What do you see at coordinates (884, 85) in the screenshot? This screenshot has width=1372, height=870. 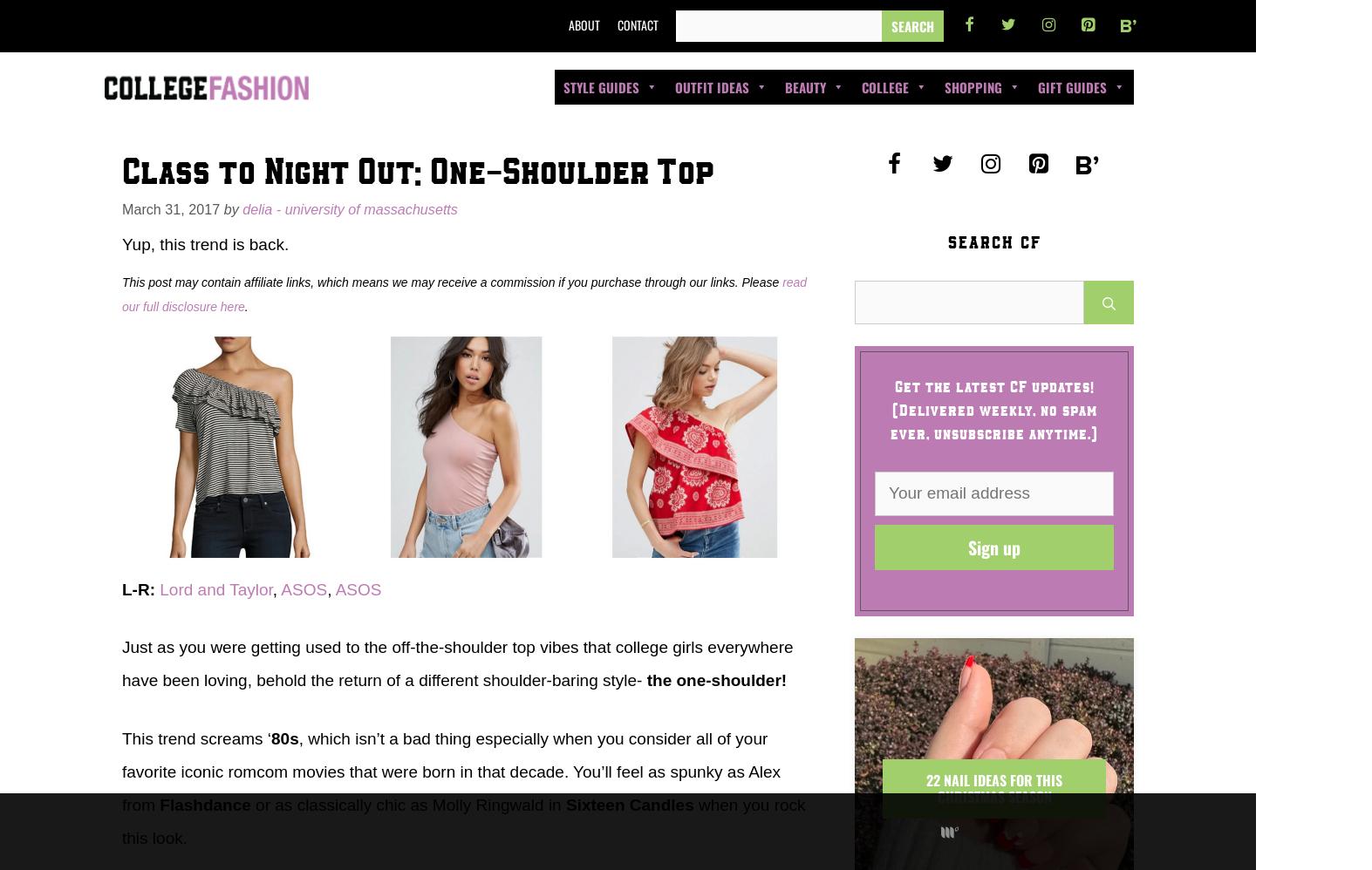 I see `'College'` at bounding box center [884, 85].